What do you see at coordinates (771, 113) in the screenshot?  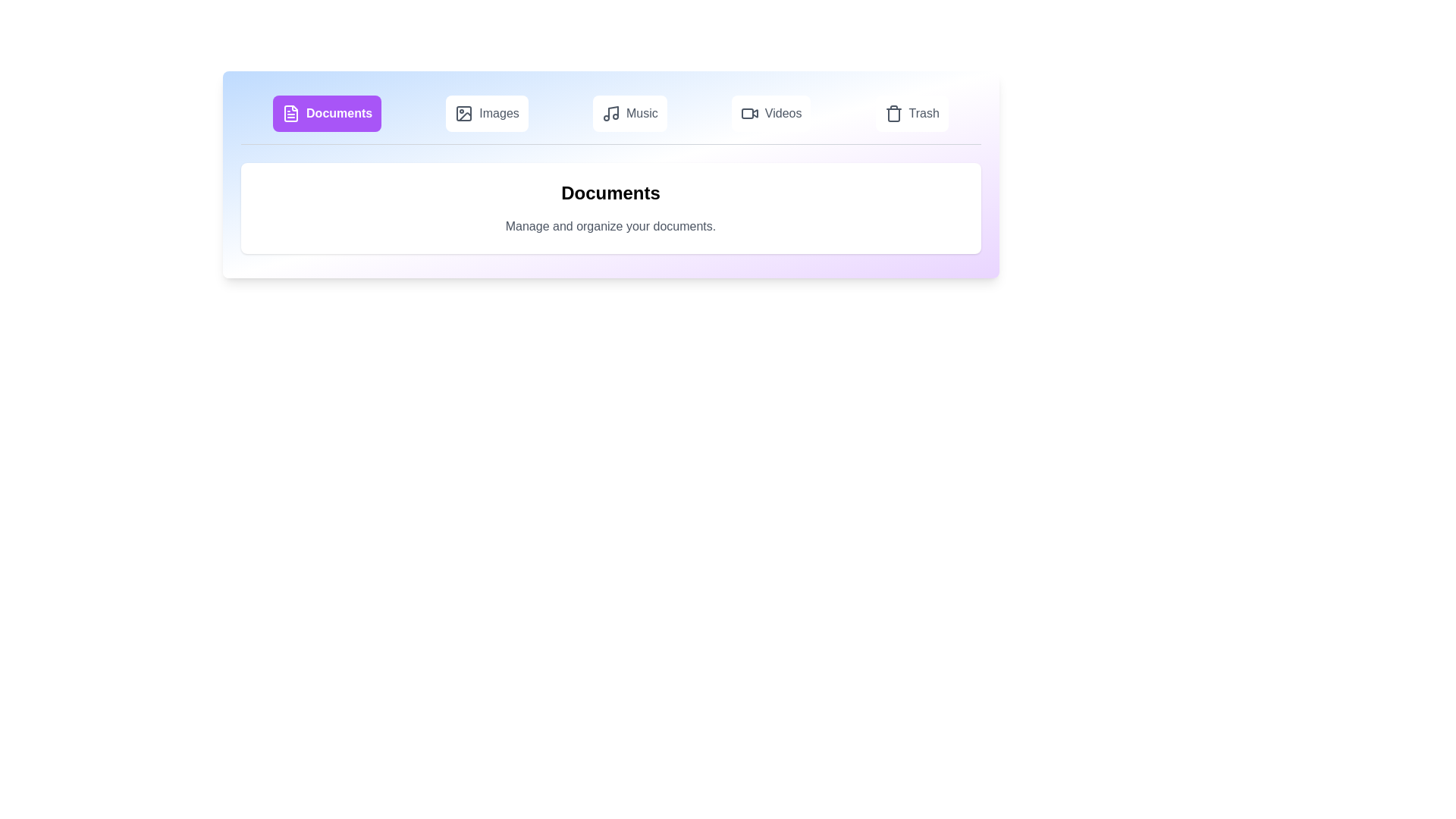 I see `the tab labeled Videos to preview its effect` at bounding box center [771, 113].